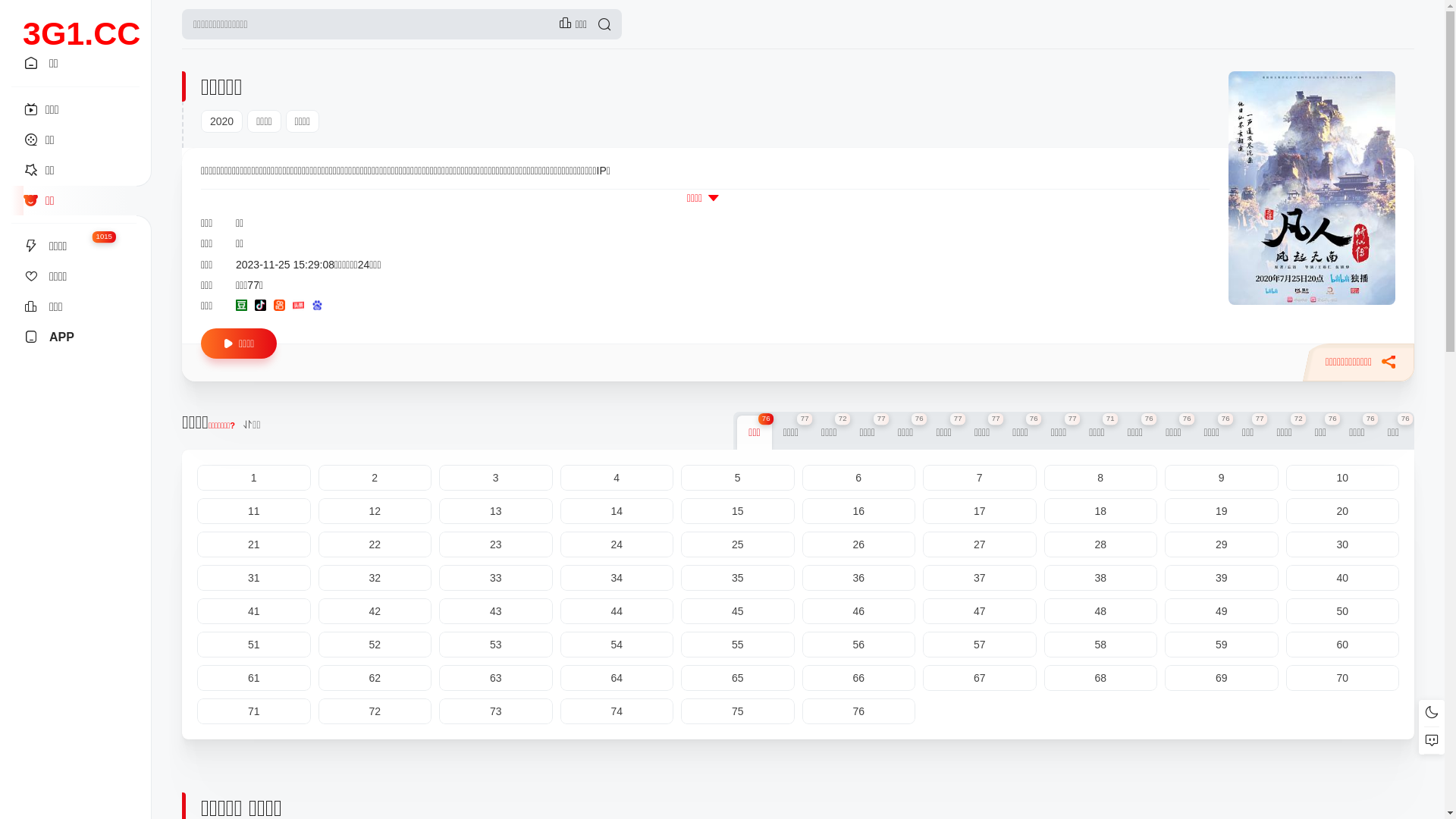  I want to click on '34', so click(559, 578).